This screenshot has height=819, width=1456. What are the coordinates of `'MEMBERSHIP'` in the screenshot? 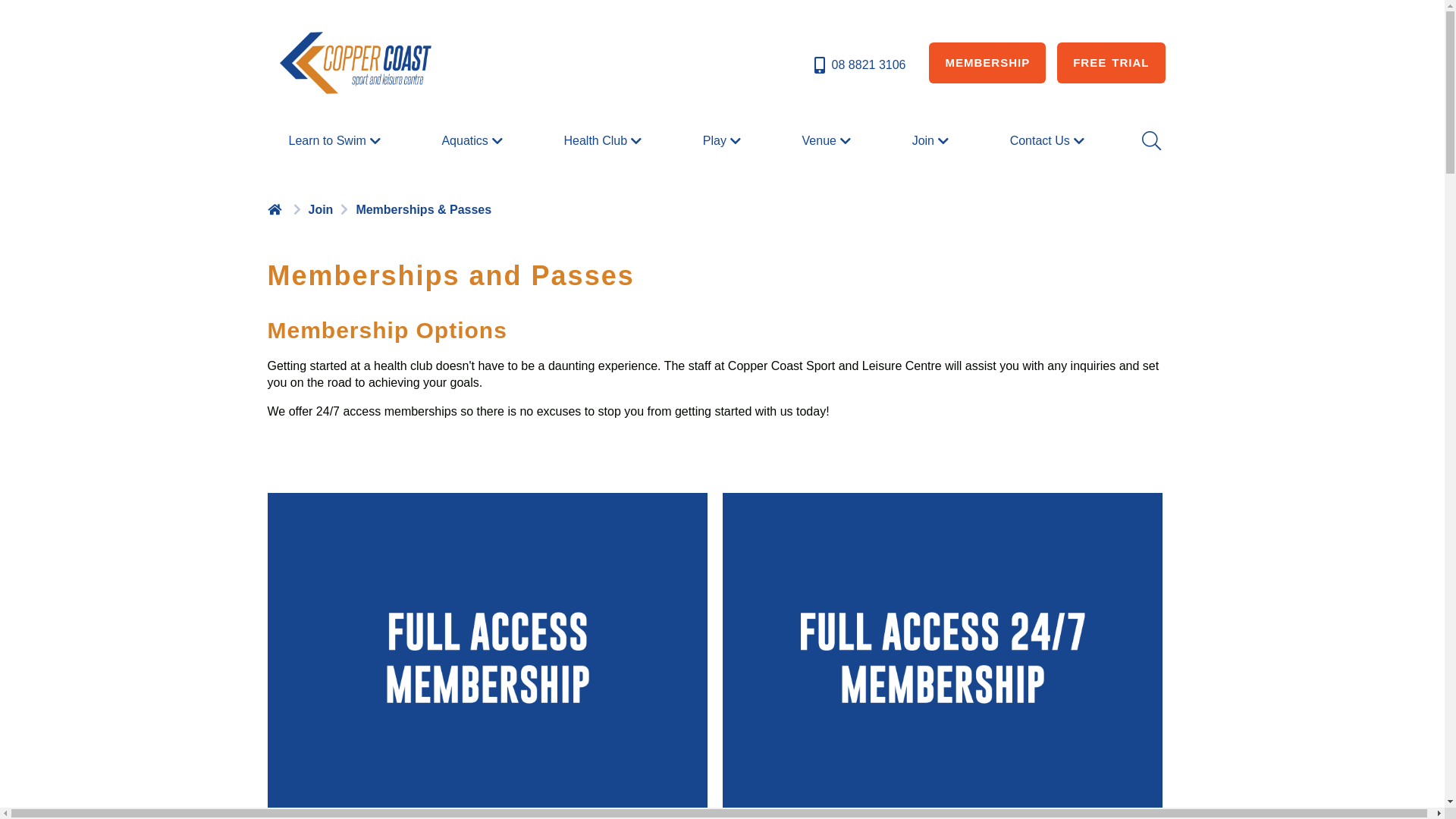 It's located at (927, 62).